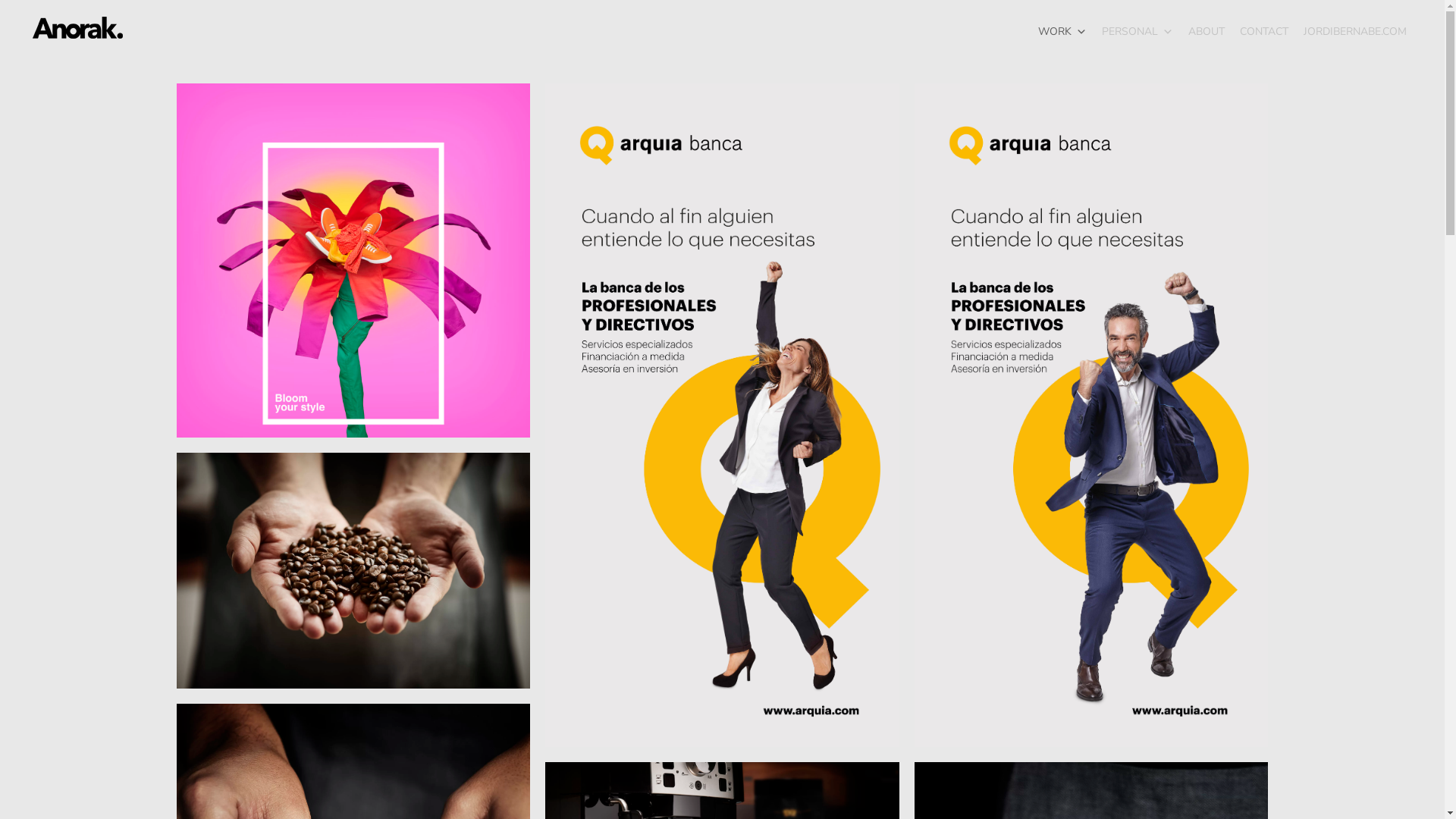 Image resolution: width=1456 pixels, height=819 pixels. What do you see at coordinates (1062, 32) in the screenshot?
I see `'WORK'` at bounding box center [1062, 32].